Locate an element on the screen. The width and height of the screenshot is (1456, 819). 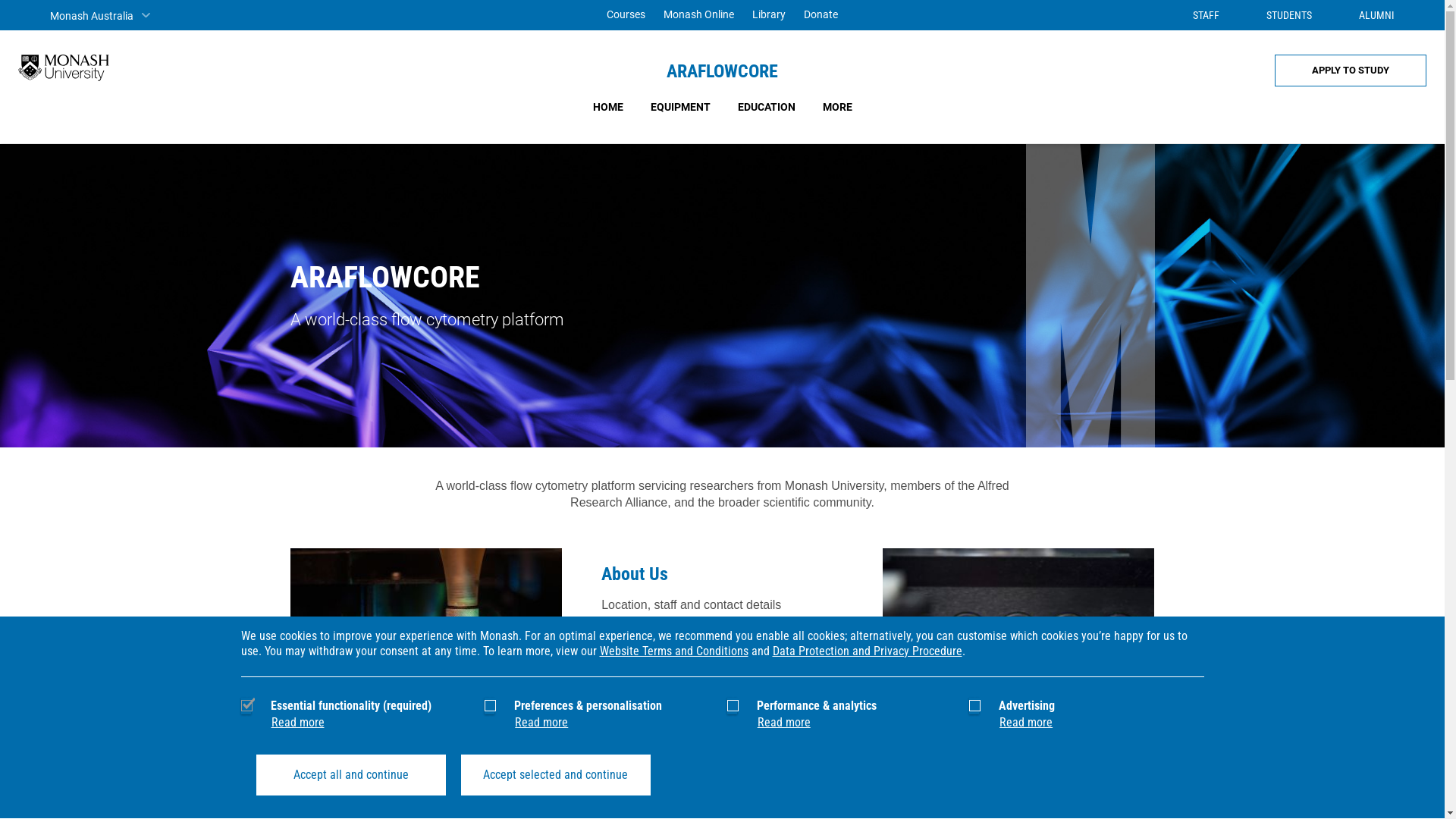
'ALUMNI' is located at coordinates (1323, 14).